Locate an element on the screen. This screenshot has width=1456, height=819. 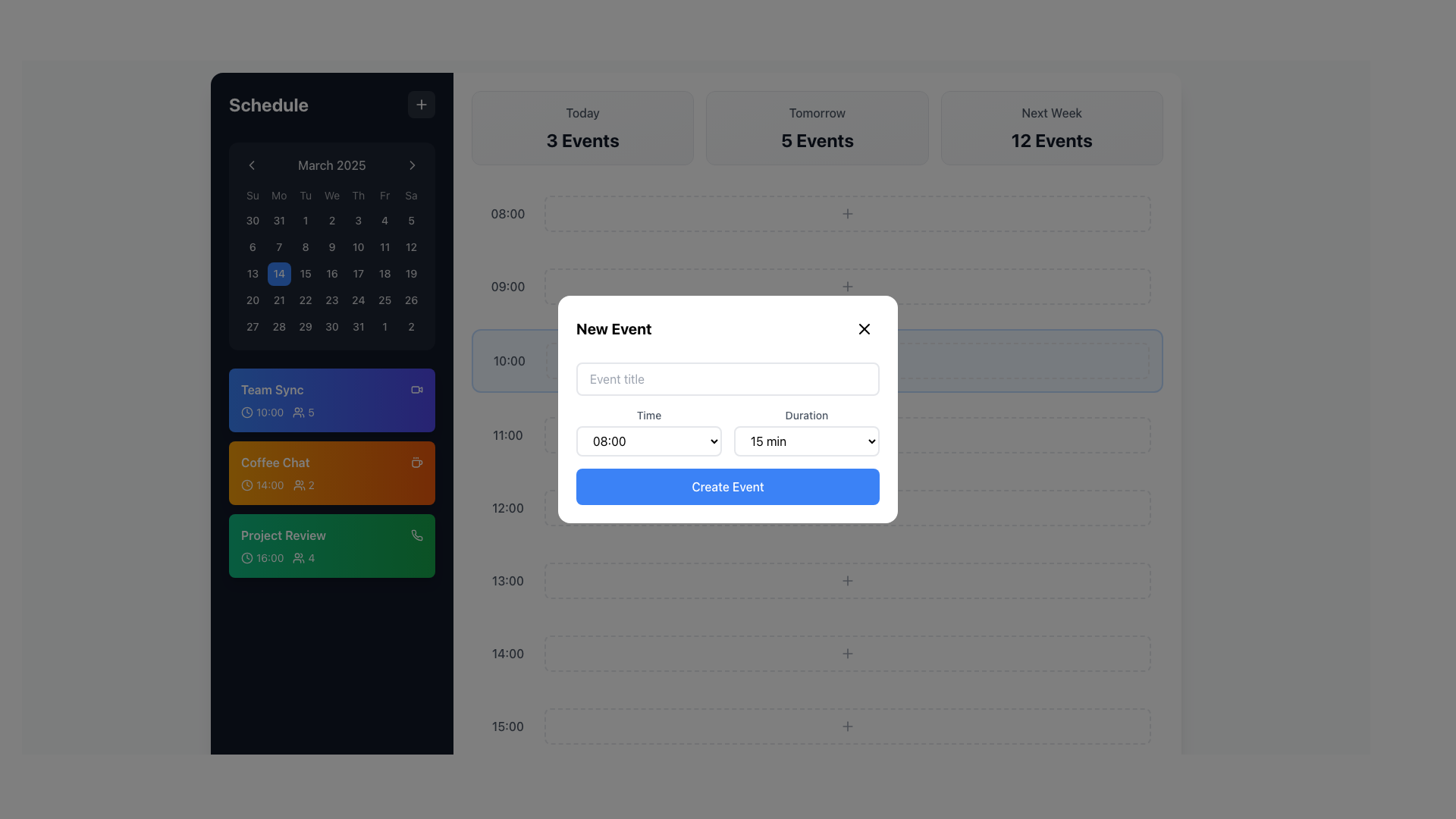
the details from the Information display component located centrally in the lower half of the green block labeled 'Project Review' under the agenda section is located at coordinates (331, 558).